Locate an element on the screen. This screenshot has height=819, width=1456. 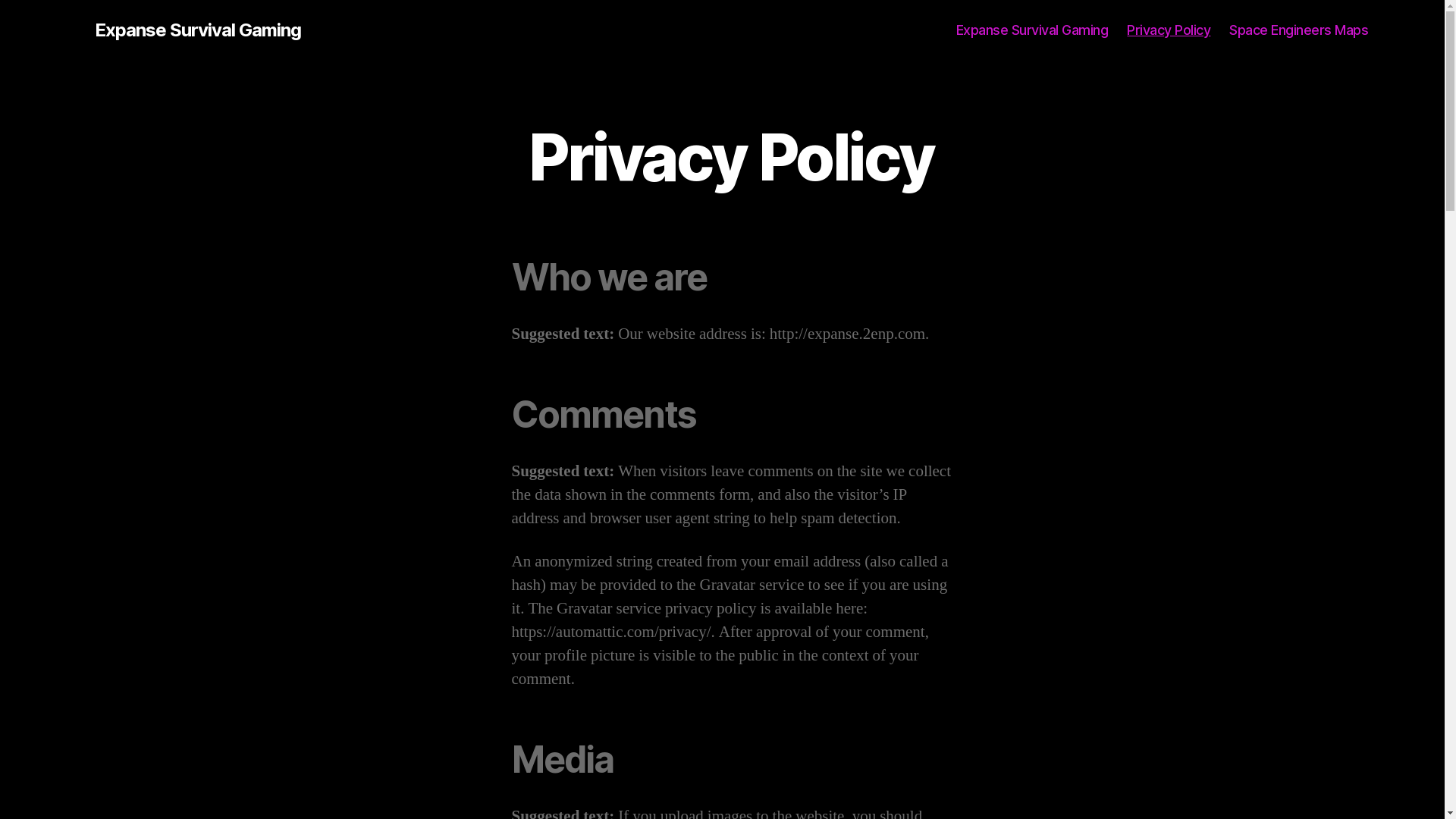
'Privacy Policy' is located at coordinates (1127, 30).